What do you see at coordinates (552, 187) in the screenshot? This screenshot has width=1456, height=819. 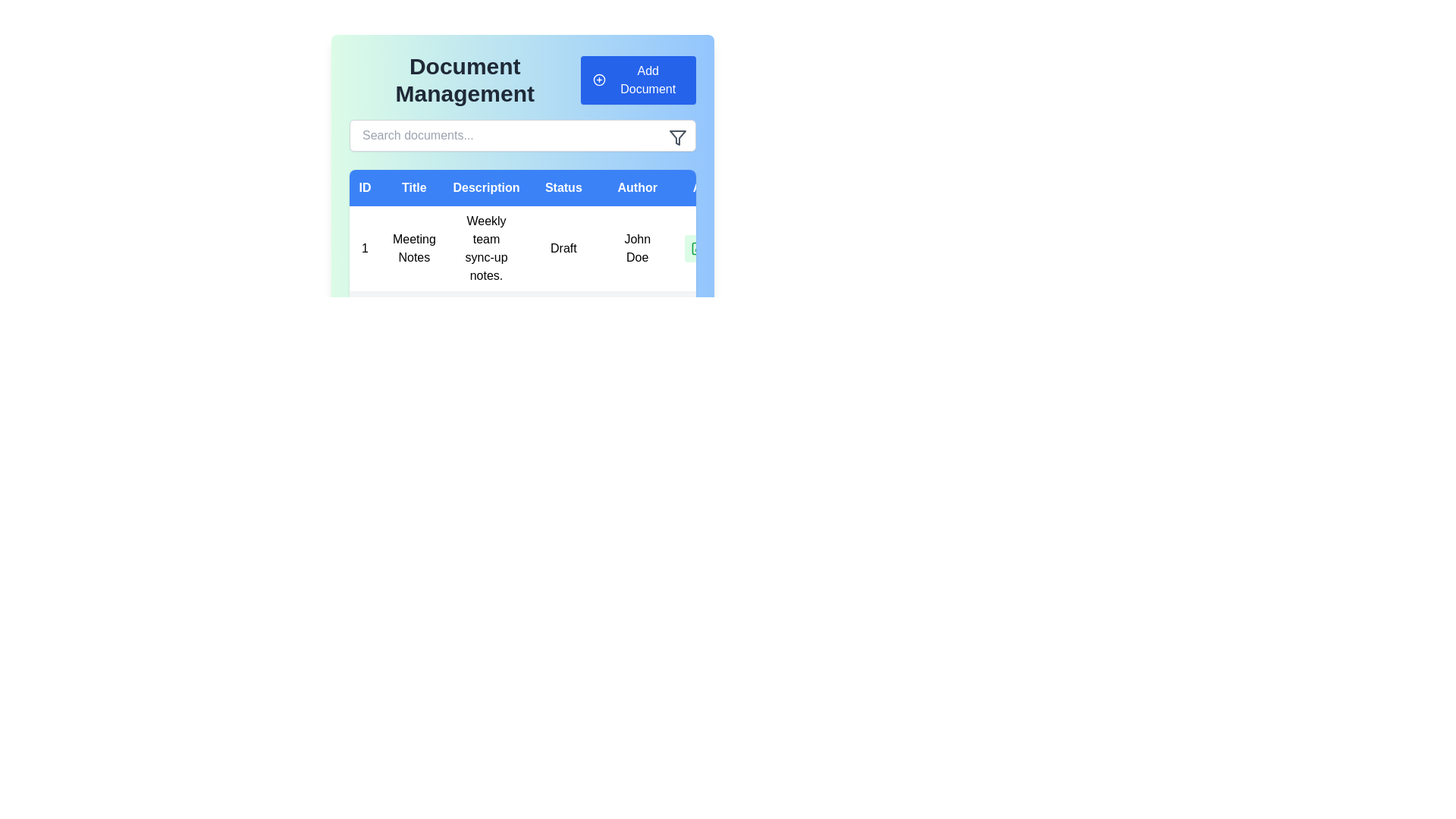 I see `the table header row, which has a blue background and contains the column headers 'ID', 'Title', 'Description', 'Status', 'Author', and 'Actions'` at bounding box center [552, 187].